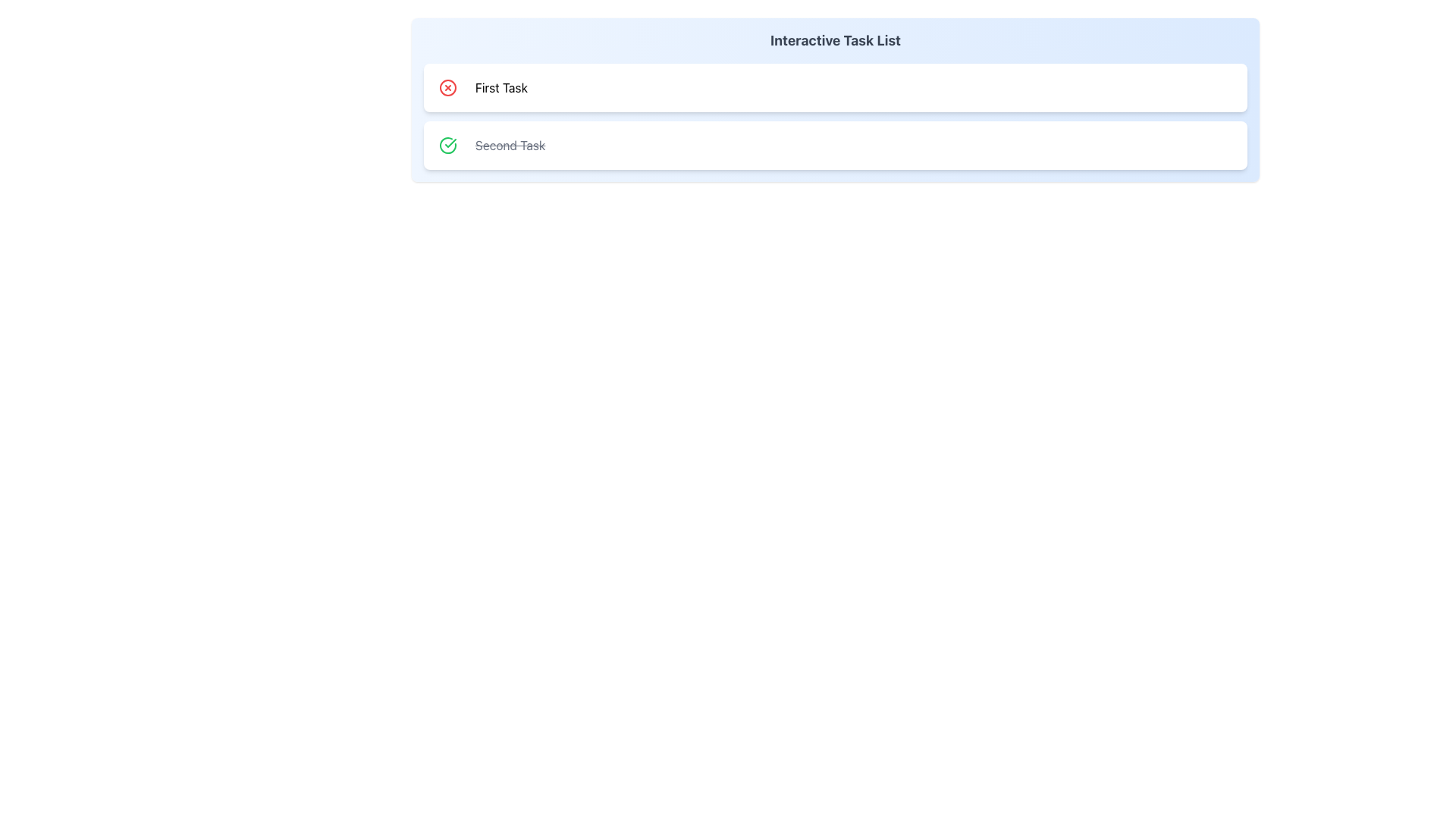 The image size is (1456, 819). What do you see at coordinates (447, 146) in the screenshot?
I see `the circular green outlined icon with a checkmark symbol, which denotes completion, located to the left of the 'Second Task' text in the task list interface` at bounding box center [447, 146].